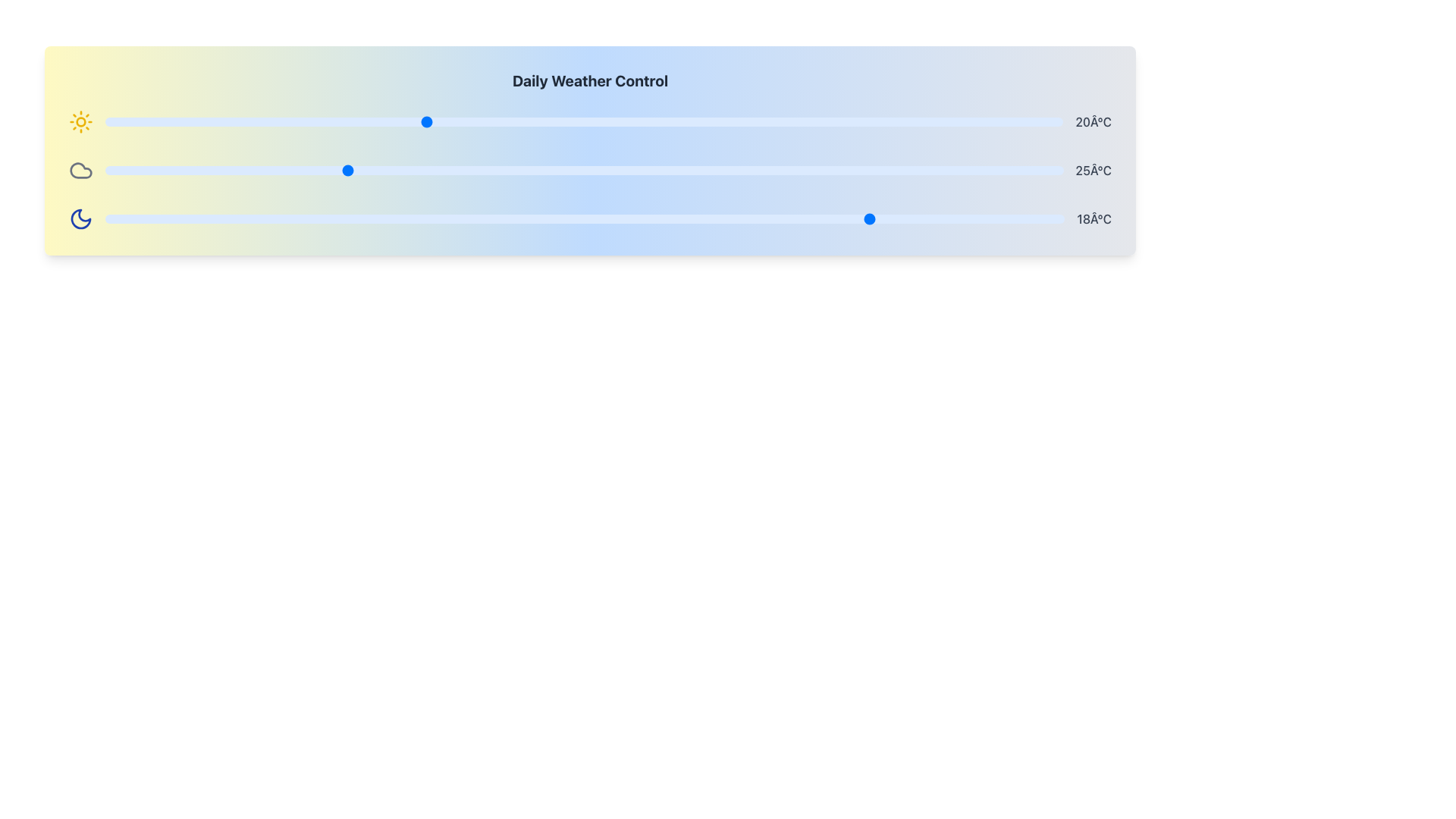 This screenshot has height=819, width=1456. I want to click on displayed temperature value '18Â°C' from the text label on the far-right side of the slider control, so click(1094, 219).